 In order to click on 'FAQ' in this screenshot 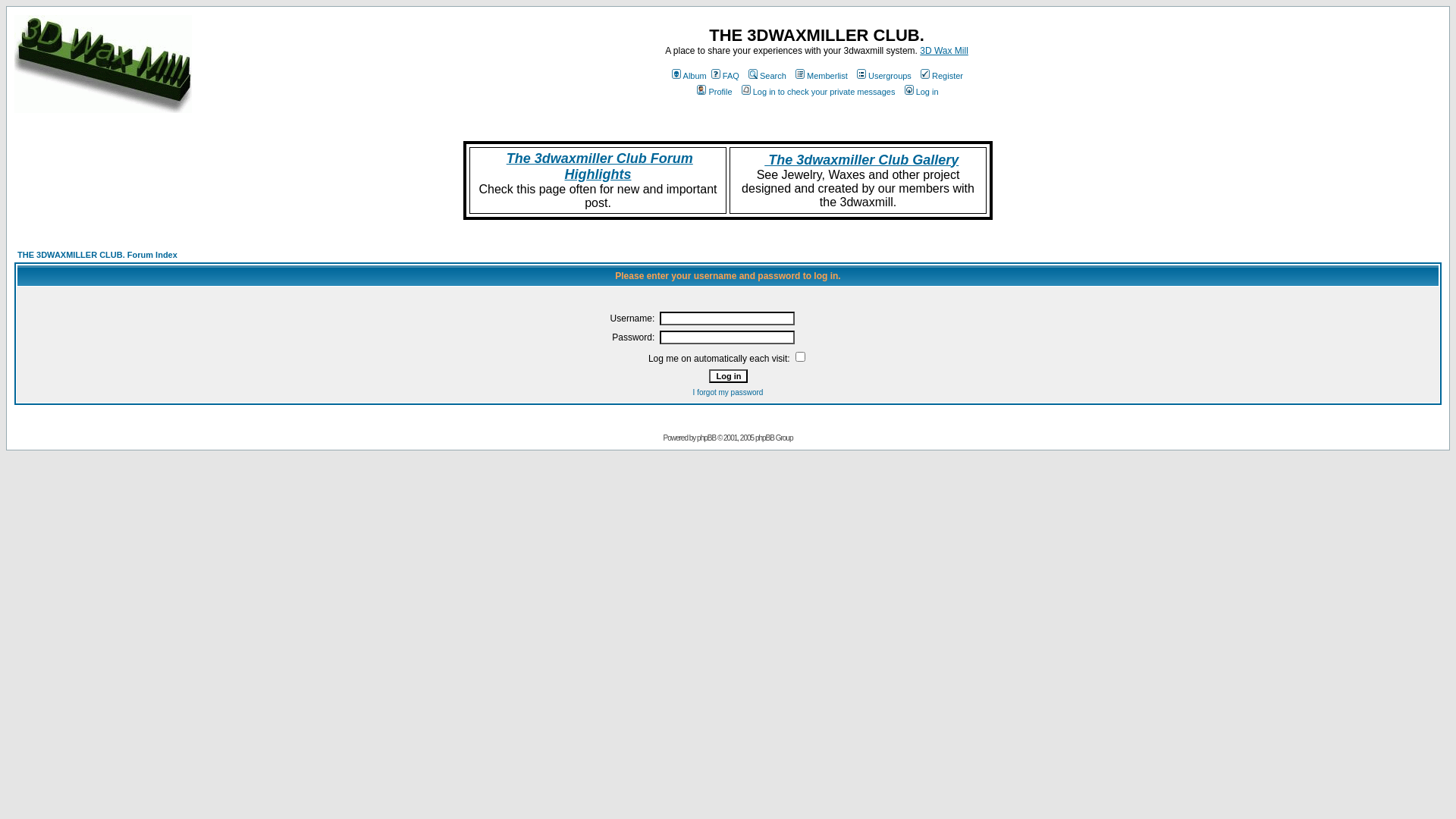, I will do `click(723, 76)`.